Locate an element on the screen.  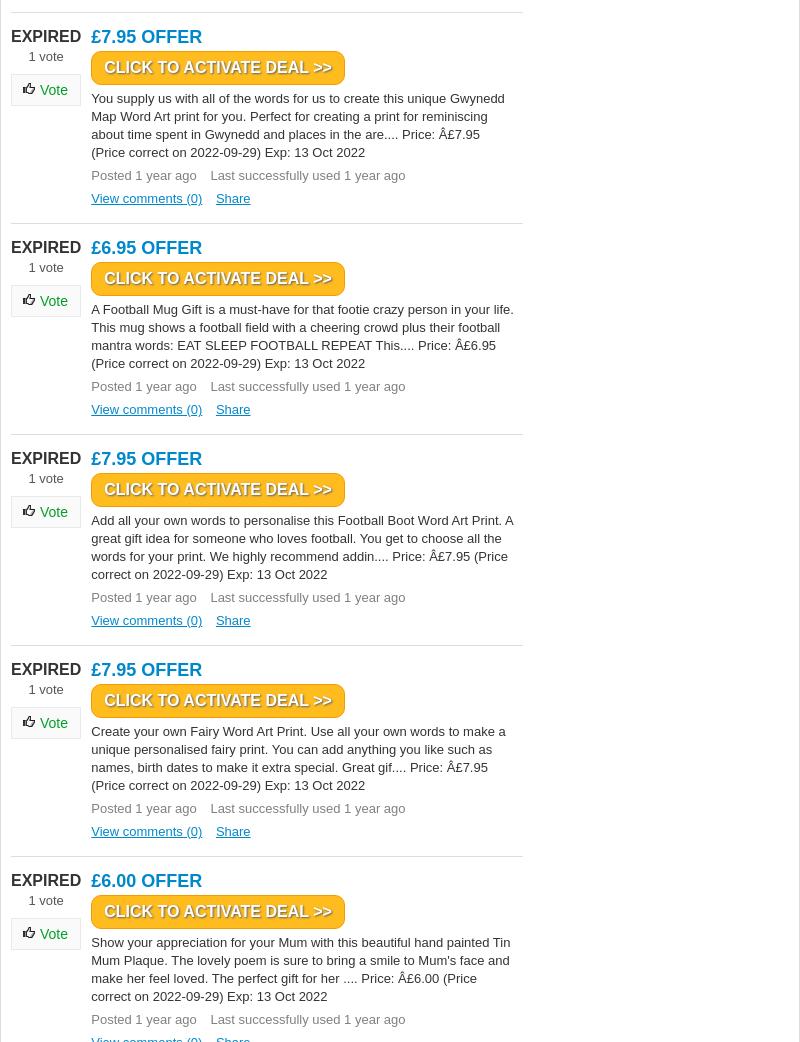
'You supply us with all of the words for us to create this unique Gwynedd Map Word Art print for you. Perfect for creating a print for reminiscing about time spent in Gwynedd and places in the are.... Price: Â£7.95 (Price correct on 2022-09-29) Exp: 13 Oct 2022' is located at coordinates (297, 125).